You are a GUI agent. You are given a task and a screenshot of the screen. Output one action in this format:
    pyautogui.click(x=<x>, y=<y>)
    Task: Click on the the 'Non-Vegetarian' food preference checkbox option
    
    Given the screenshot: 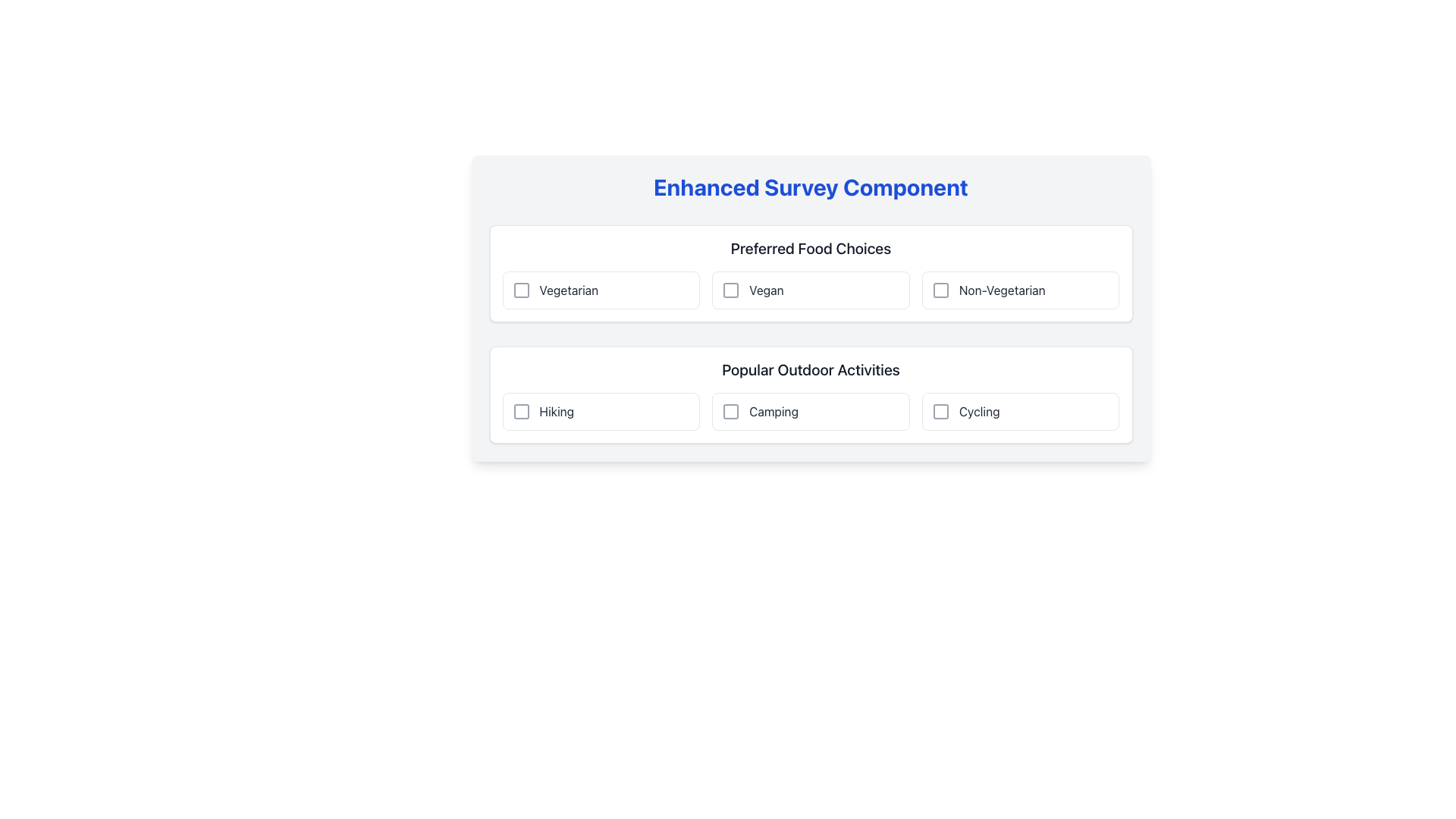 What is the action you would take?
    pyautogui.click(x=1021, y=290)
    